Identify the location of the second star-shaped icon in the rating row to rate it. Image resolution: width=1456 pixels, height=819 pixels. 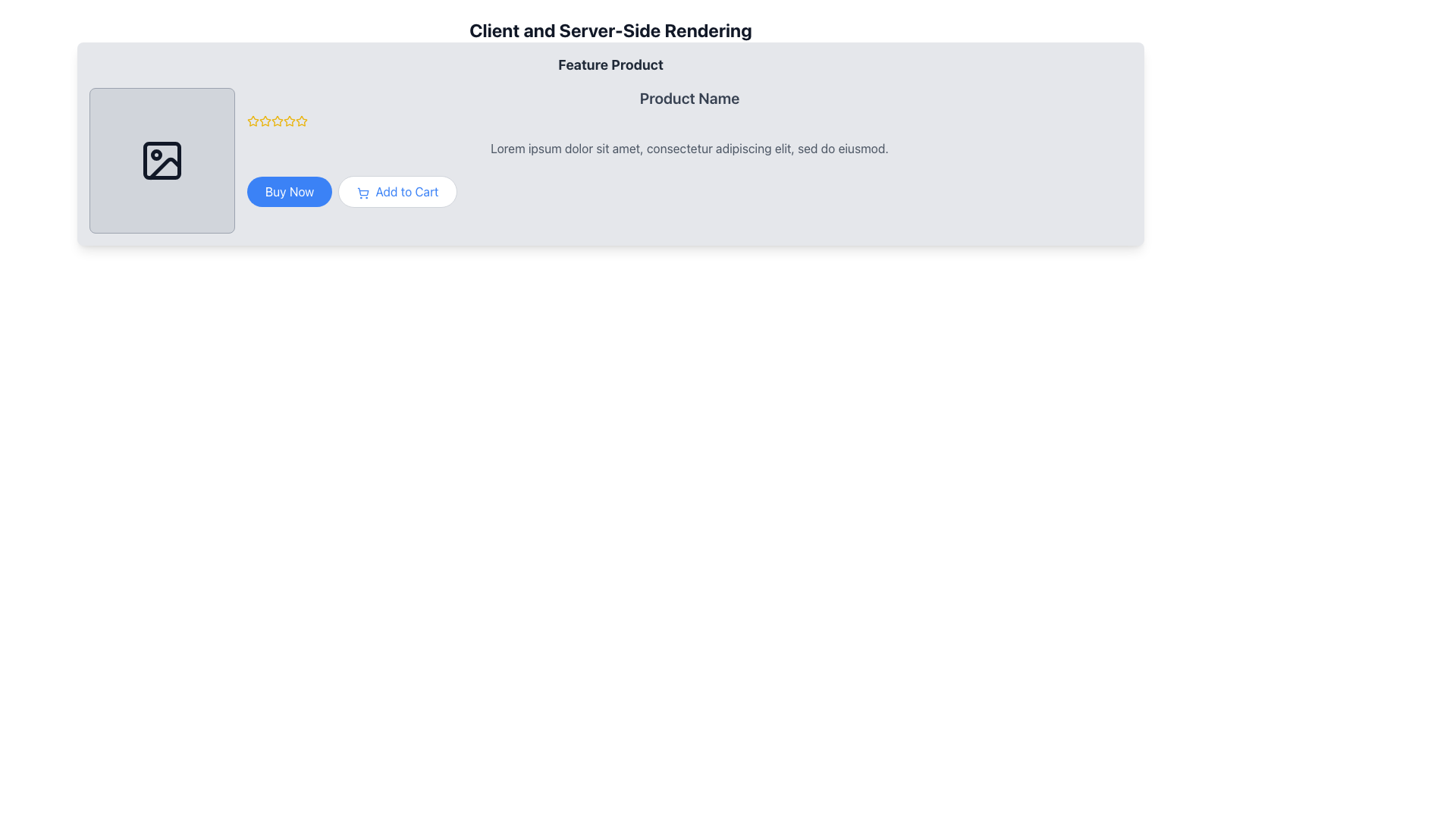
(276, 119).